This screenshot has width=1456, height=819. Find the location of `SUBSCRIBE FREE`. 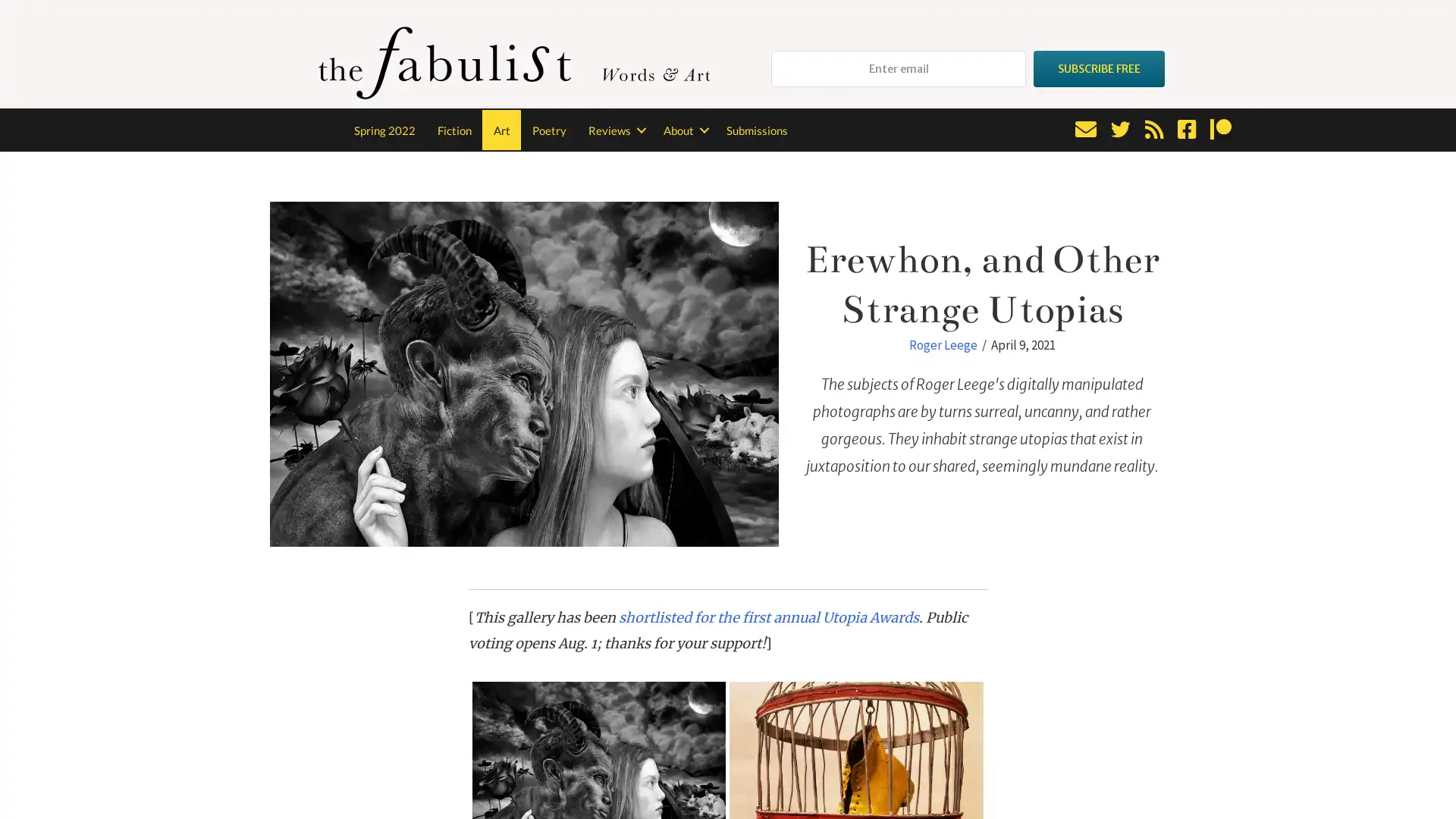

SUBSCRIBE FREE is located at coordinates (1098, 67).